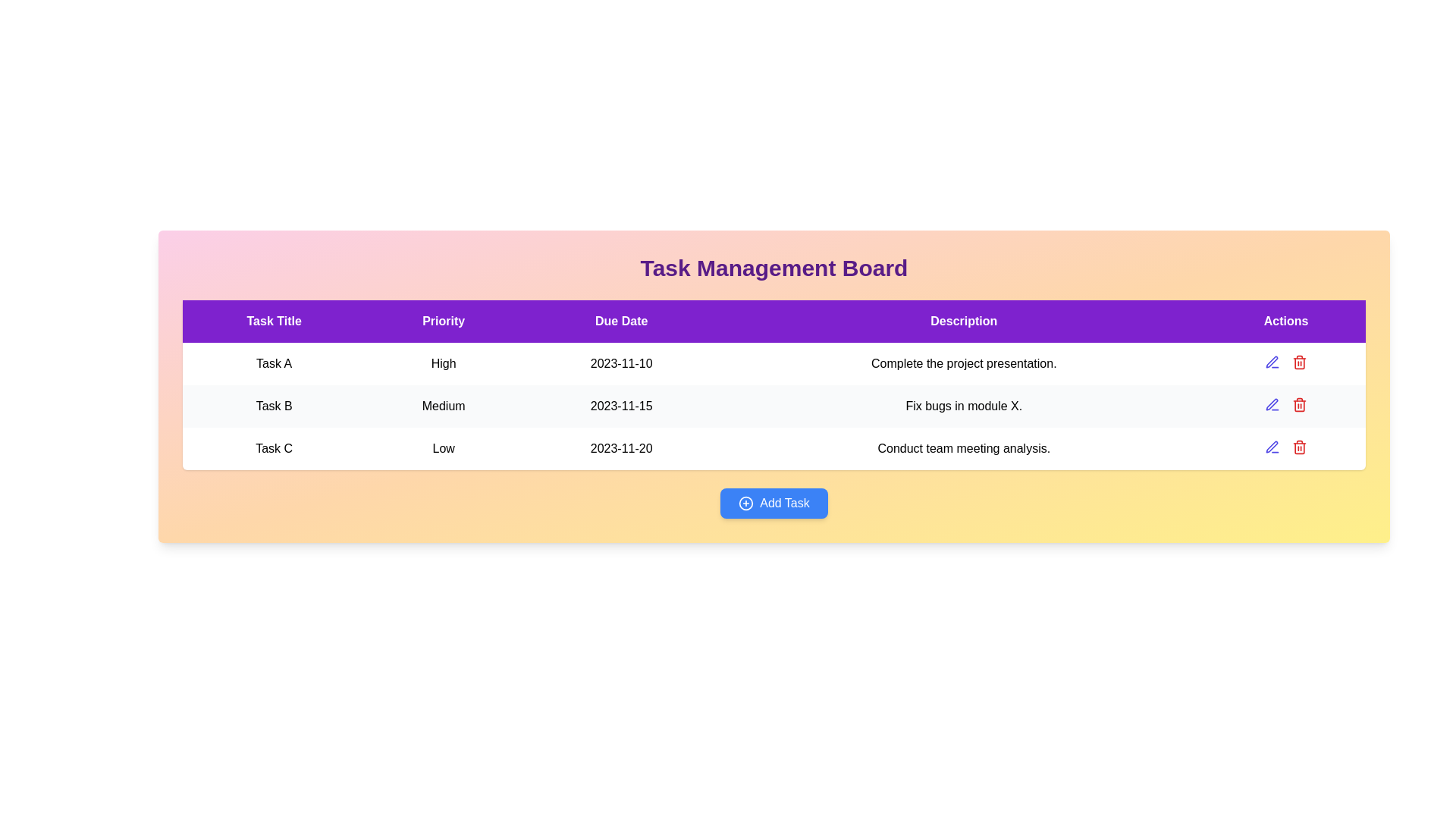  What do you see at coordinates (963, 321) in the screenshot?
I see `the 'Description' text label header, which is styled with white bold text on a purple background, located between 'Due Date' and 'Actions' in the table header` at bounding box center [963, 321].